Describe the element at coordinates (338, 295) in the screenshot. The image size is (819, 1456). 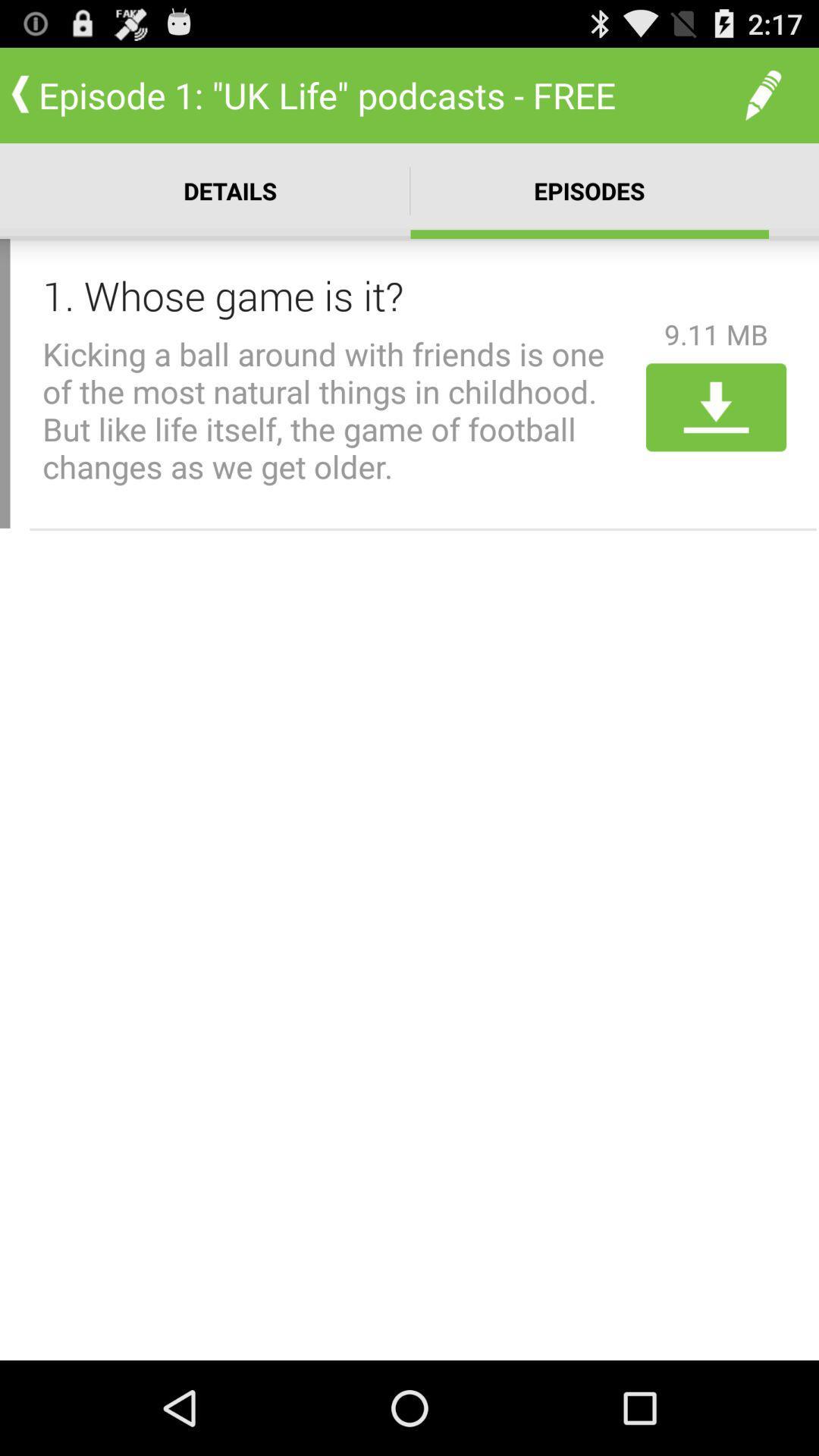
I see `icon to the left of the 9.11 mb item` at that location.